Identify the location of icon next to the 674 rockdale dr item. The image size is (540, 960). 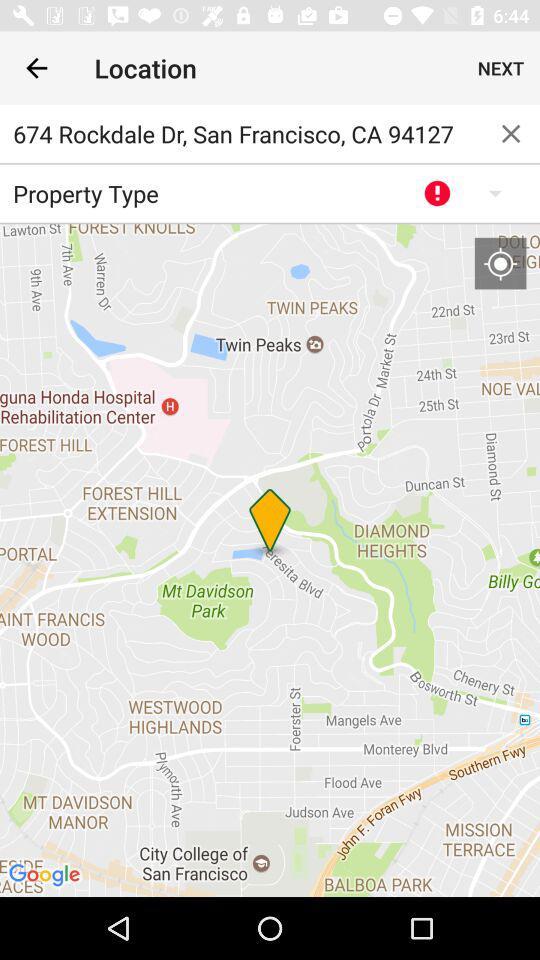
(511, 132).